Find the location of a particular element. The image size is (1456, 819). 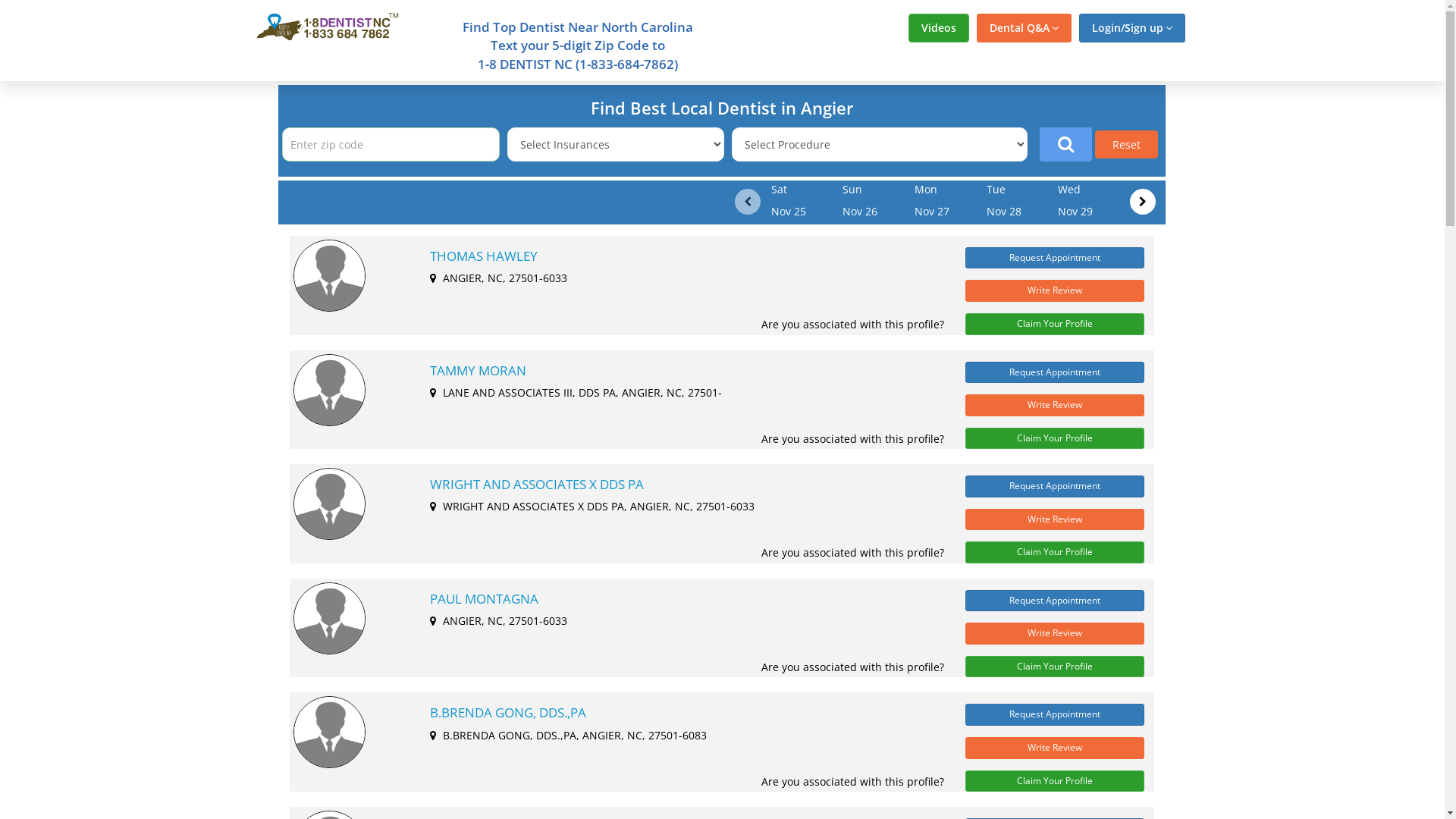

'Videos' is located at coordinates (938, 28).